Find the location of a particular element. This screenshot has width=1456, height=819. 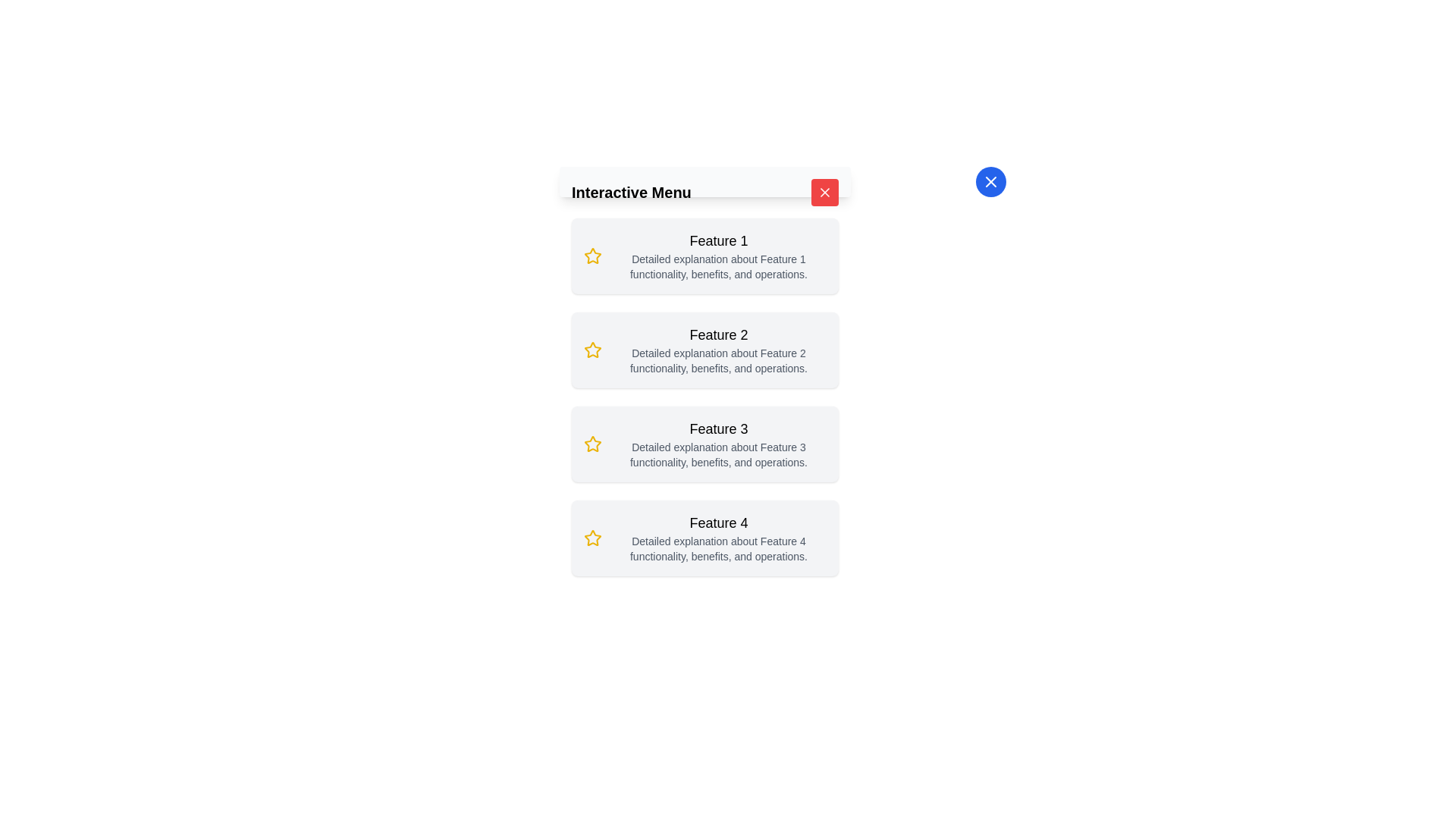

the Informative text block titled 'Feature 4' to emphasize or highlight it, which consists of a heading in a larger, bold font and a detailed description, contained within a light gray background is located at coordinates (718, 537).